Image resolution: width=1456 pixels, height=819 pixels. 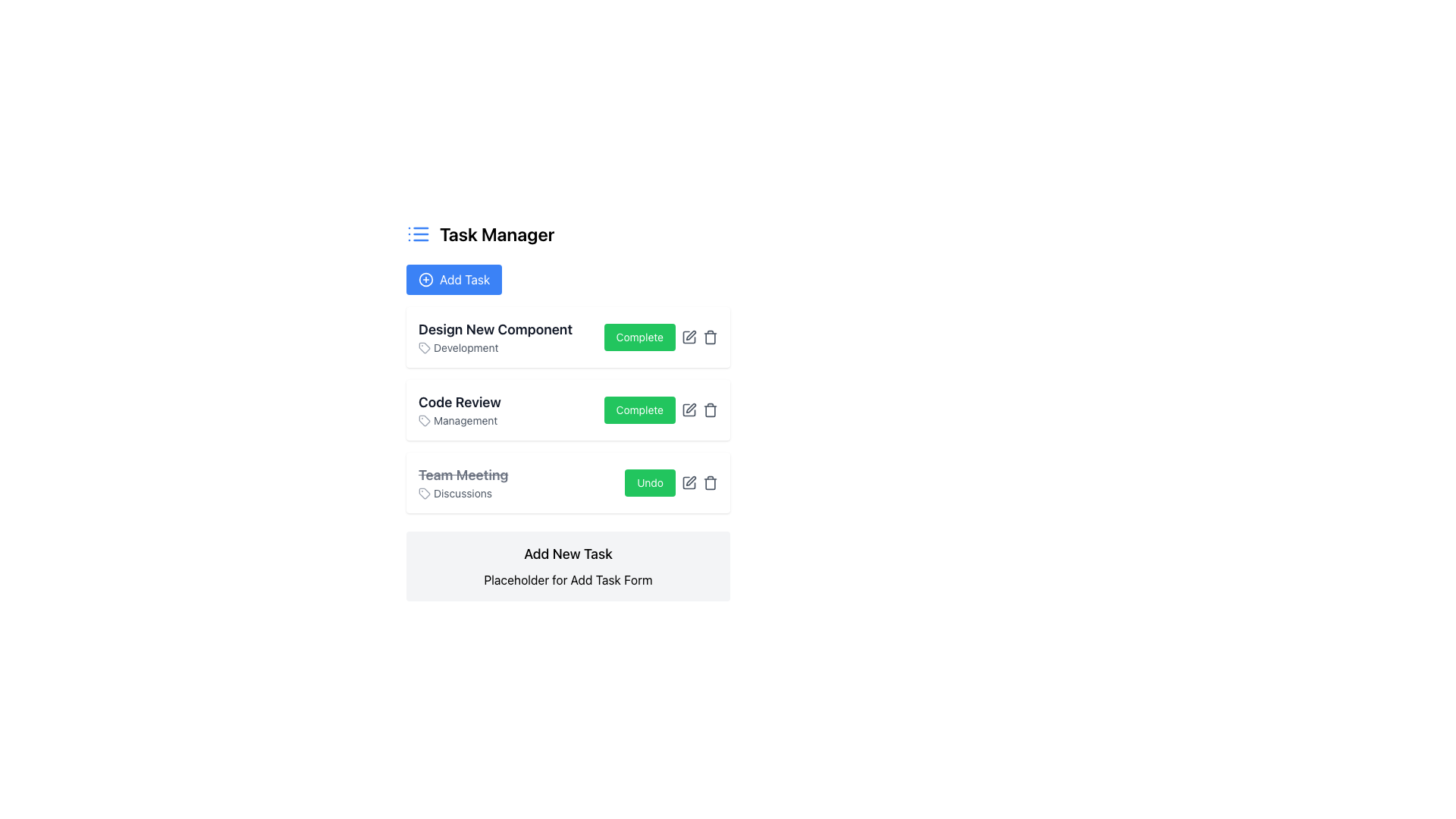 What do you see at coordinates (650, 482) in the screenshot?
I see `the 'Undo' button with white text on a green background located in the third task row labeled 'Team Meeting' to undo the task status` at bounding box center [650, 482].